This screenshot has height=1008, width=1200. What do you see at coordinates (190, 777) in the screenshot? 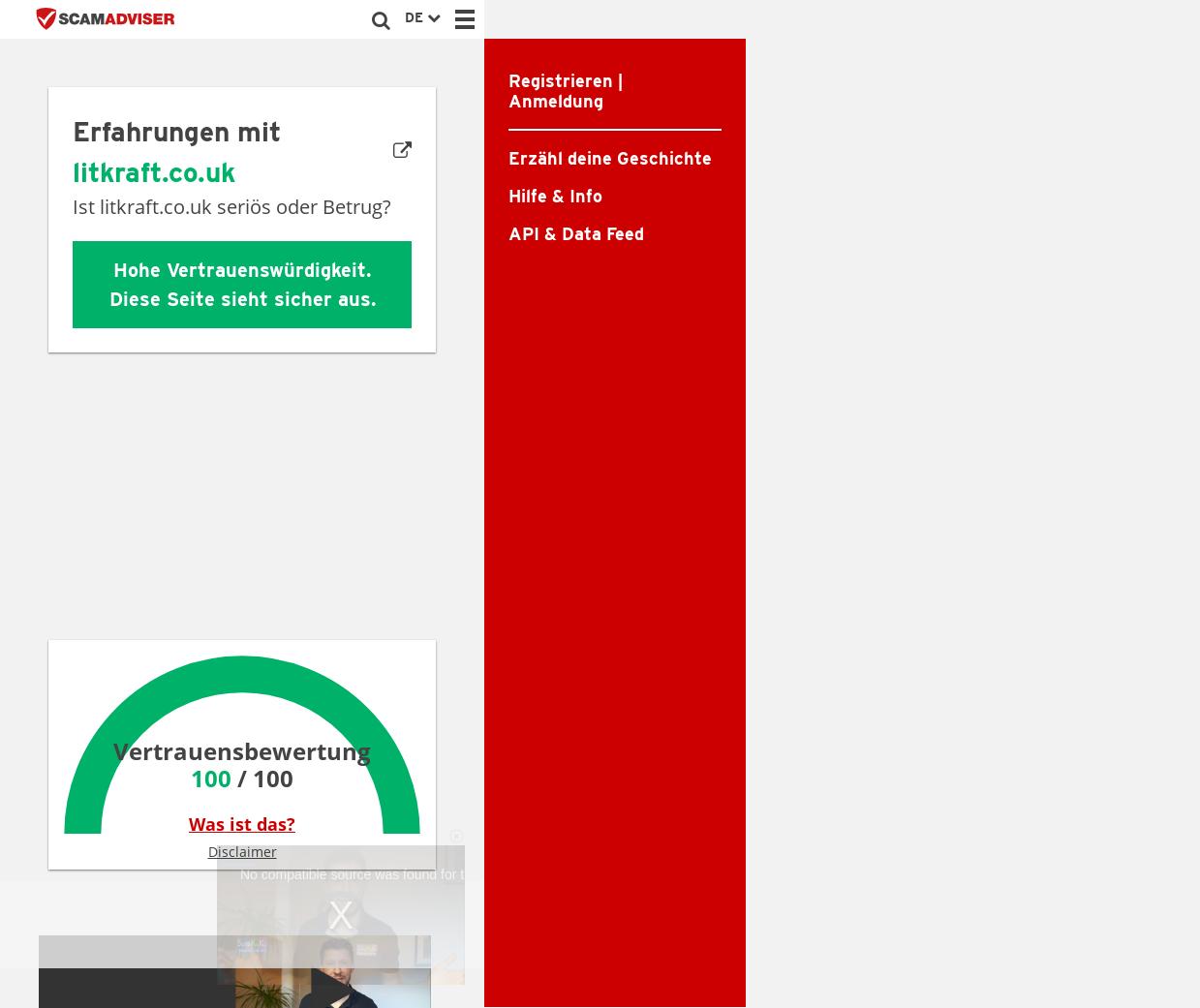
I see `'100'` at bounding box center [190, 777].